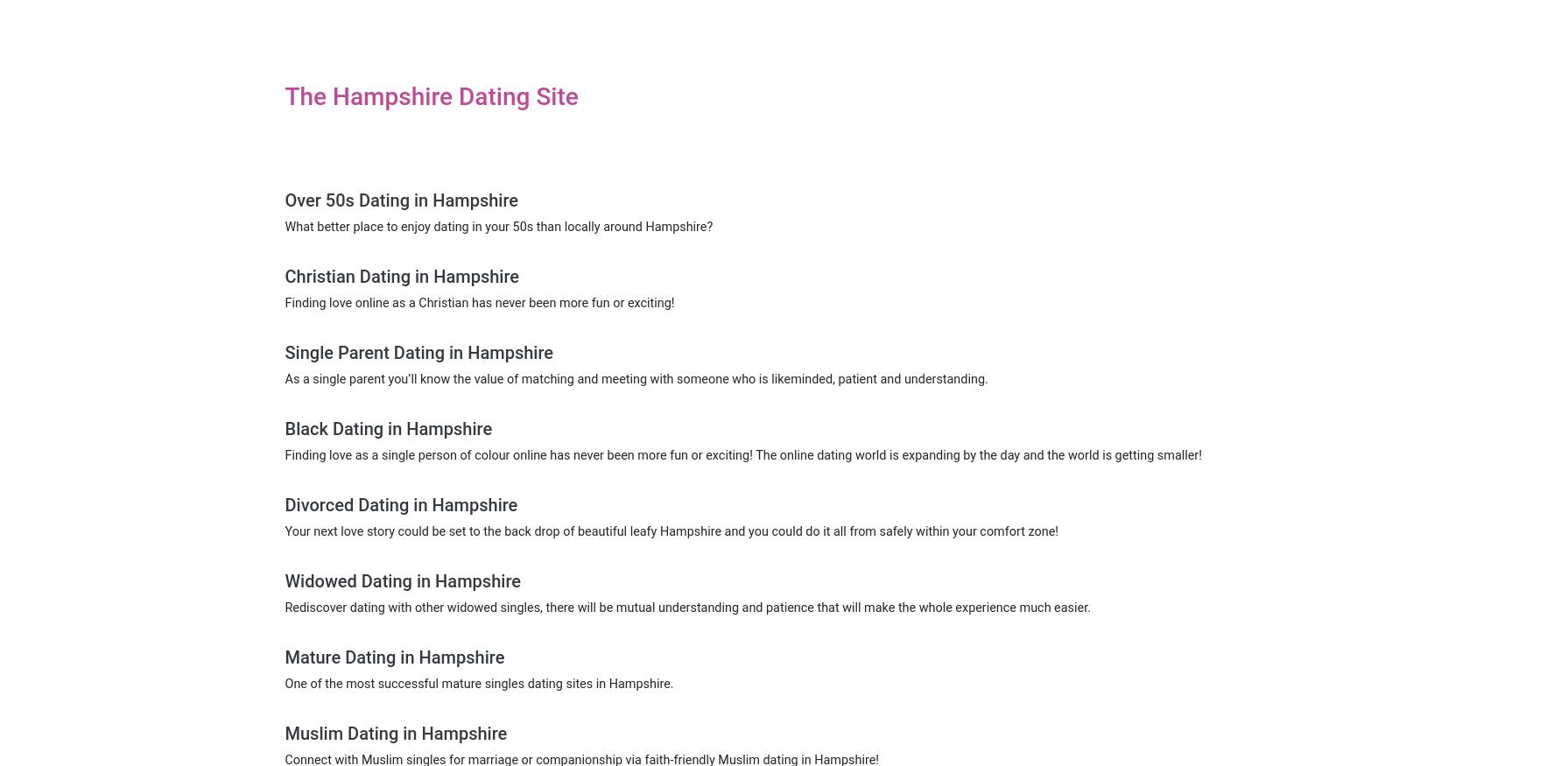  I want to click on 'Widowed Dating in Hampshire', so click(402, 580).